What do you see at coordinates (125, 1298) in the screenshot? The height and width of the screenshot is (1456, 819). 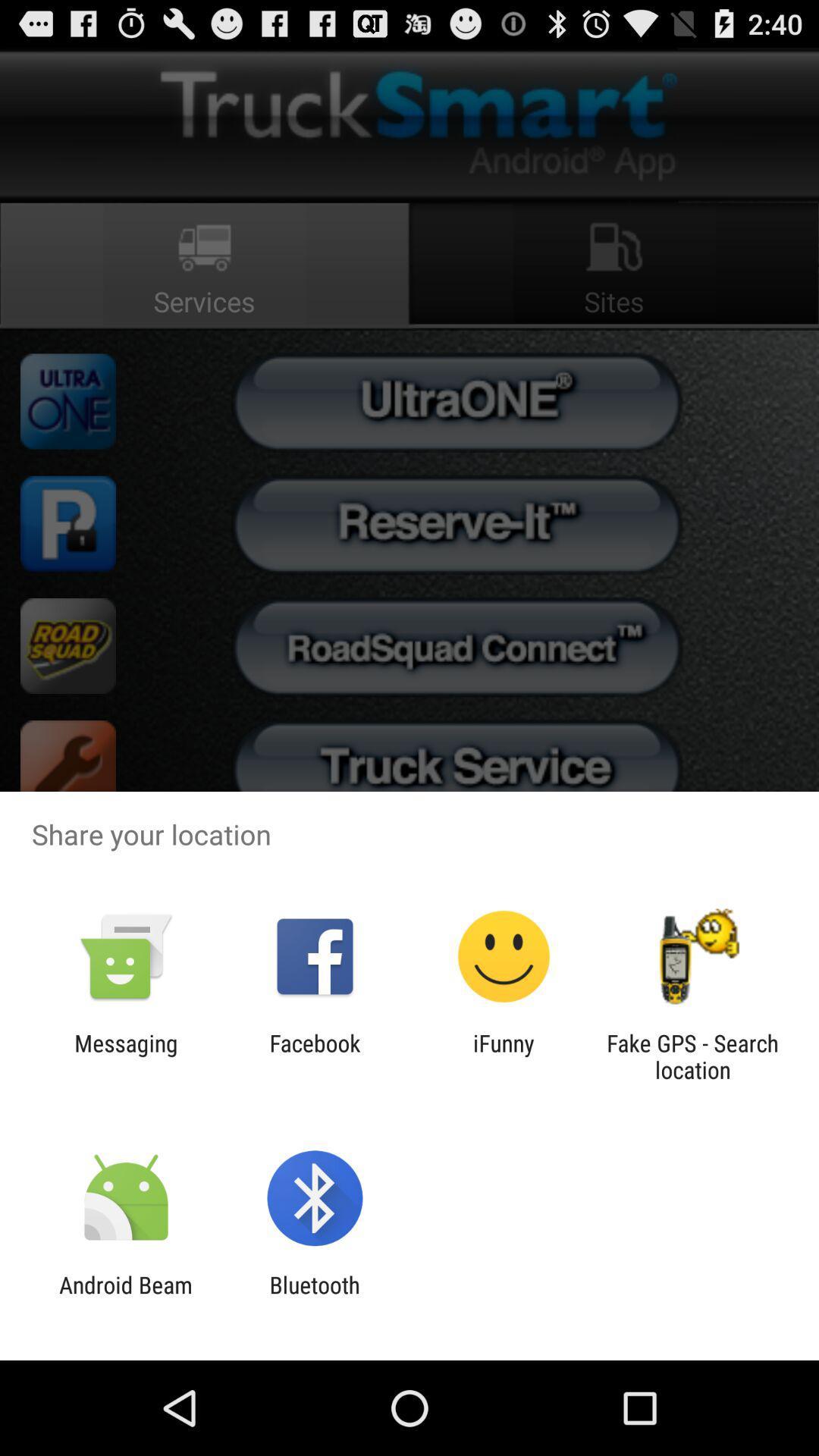 I see `item next to bluetooth app` at bounding box center [125, 1298].